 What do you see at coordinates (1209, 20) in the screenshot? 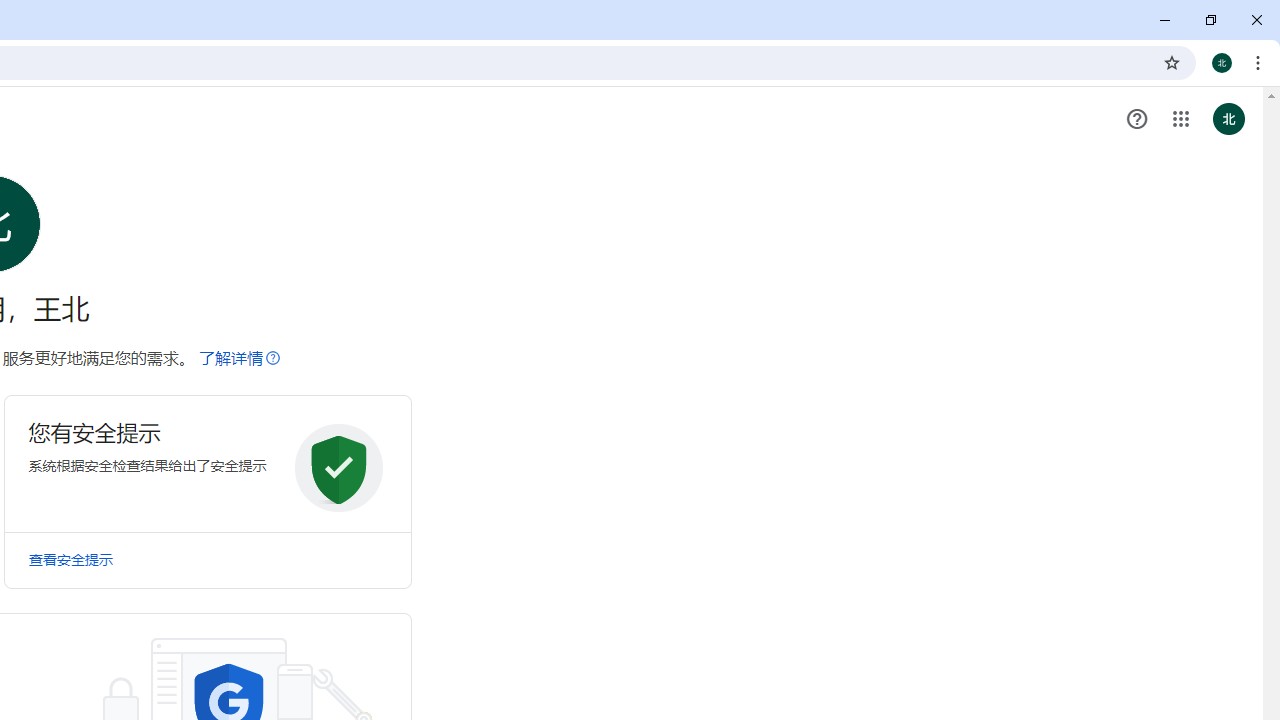
I see `'Restore'` at bounding box center [1209, 20].